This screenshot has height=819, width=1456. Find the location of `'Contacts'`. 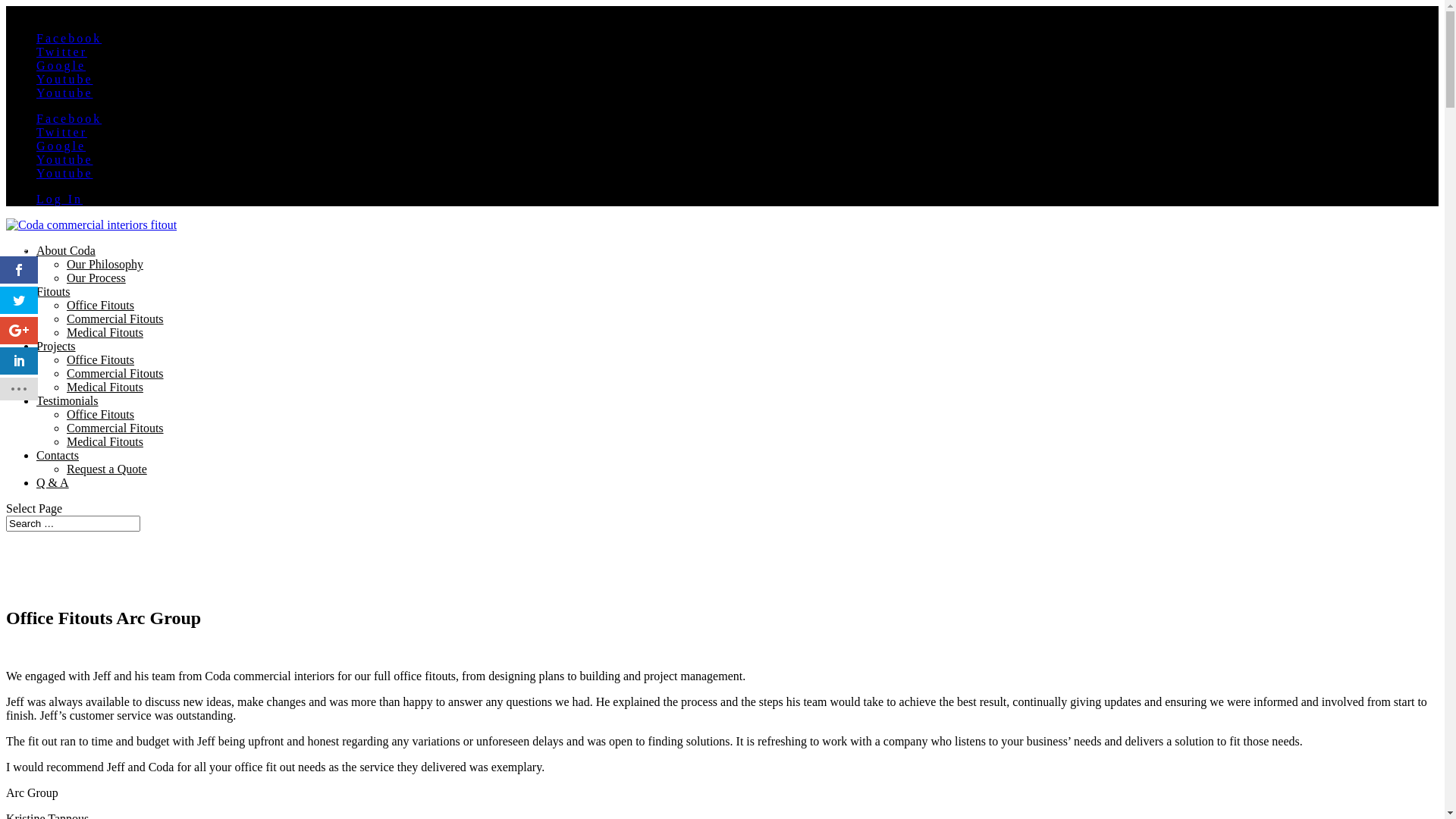

'Contacts' is located at coordinates (58, 454).